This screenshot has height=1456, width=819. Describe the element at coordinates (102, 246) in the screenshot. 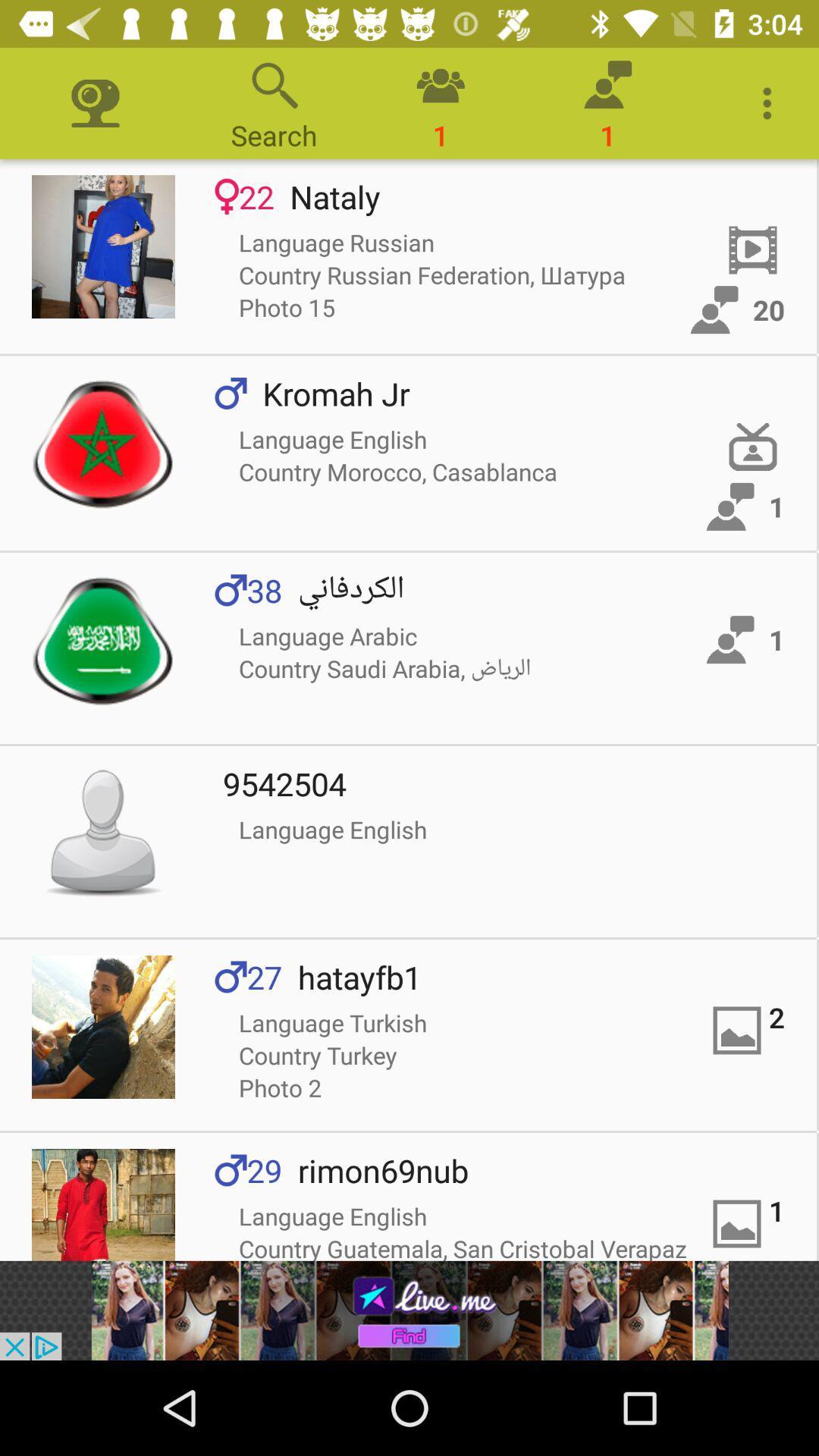

I see `show profile` at that location.